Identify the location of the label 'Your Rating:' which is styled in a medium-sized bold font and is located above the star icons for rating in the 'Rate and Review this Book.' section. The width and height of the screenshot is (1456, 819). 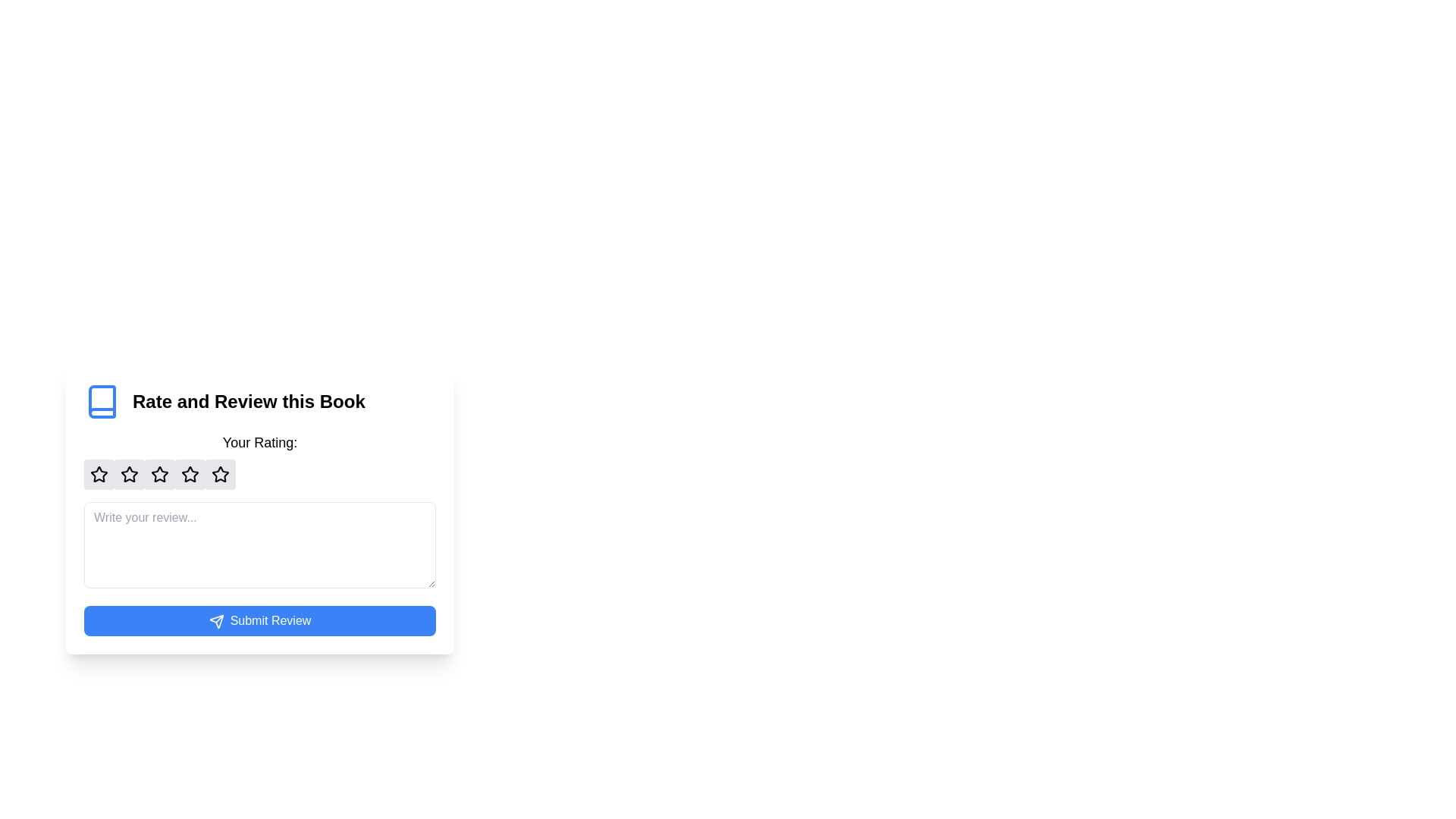
(259, 442).